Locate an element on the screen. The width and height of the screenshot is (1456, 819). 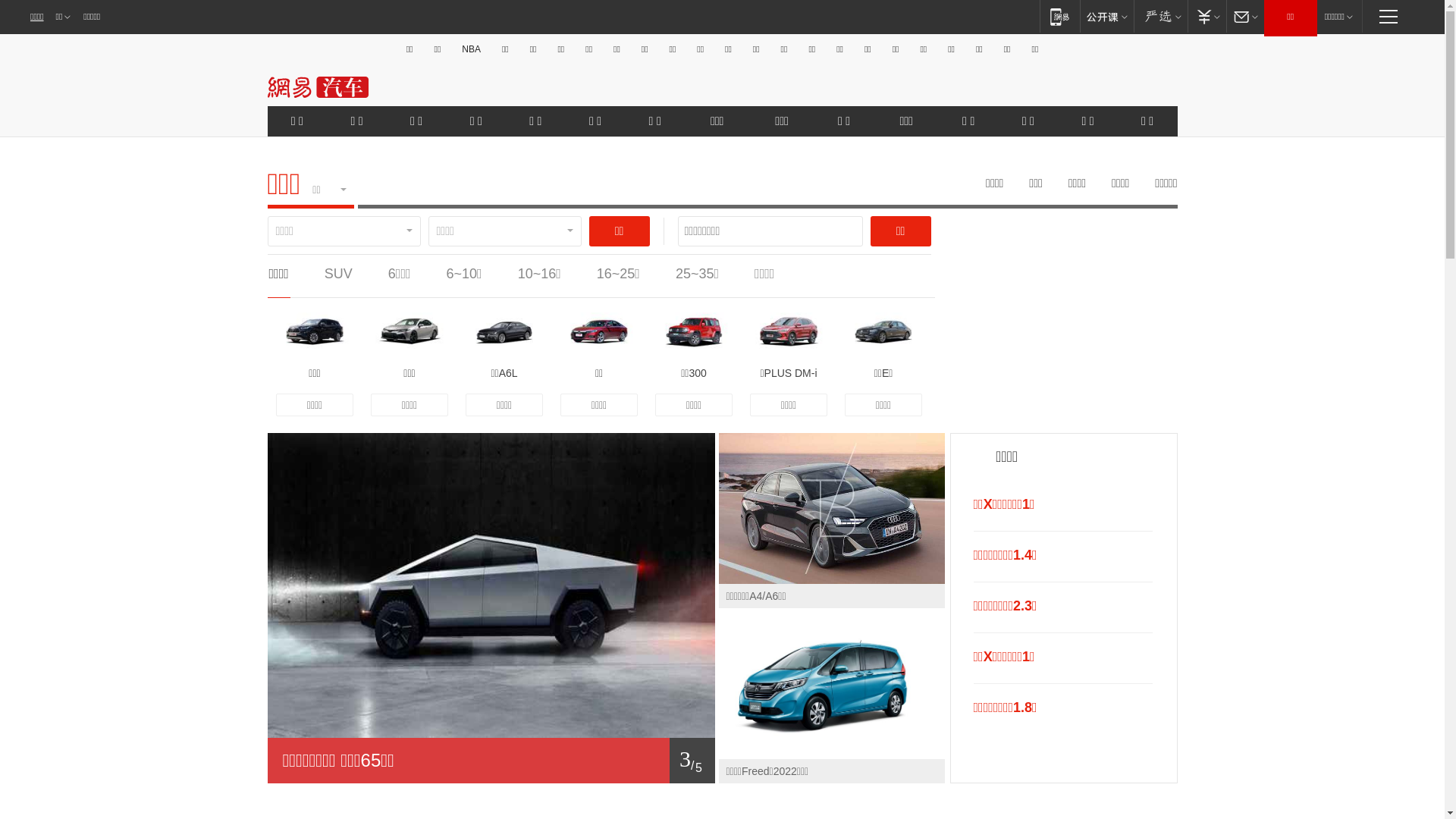
'NBA' is located at coordinates (470, 49).